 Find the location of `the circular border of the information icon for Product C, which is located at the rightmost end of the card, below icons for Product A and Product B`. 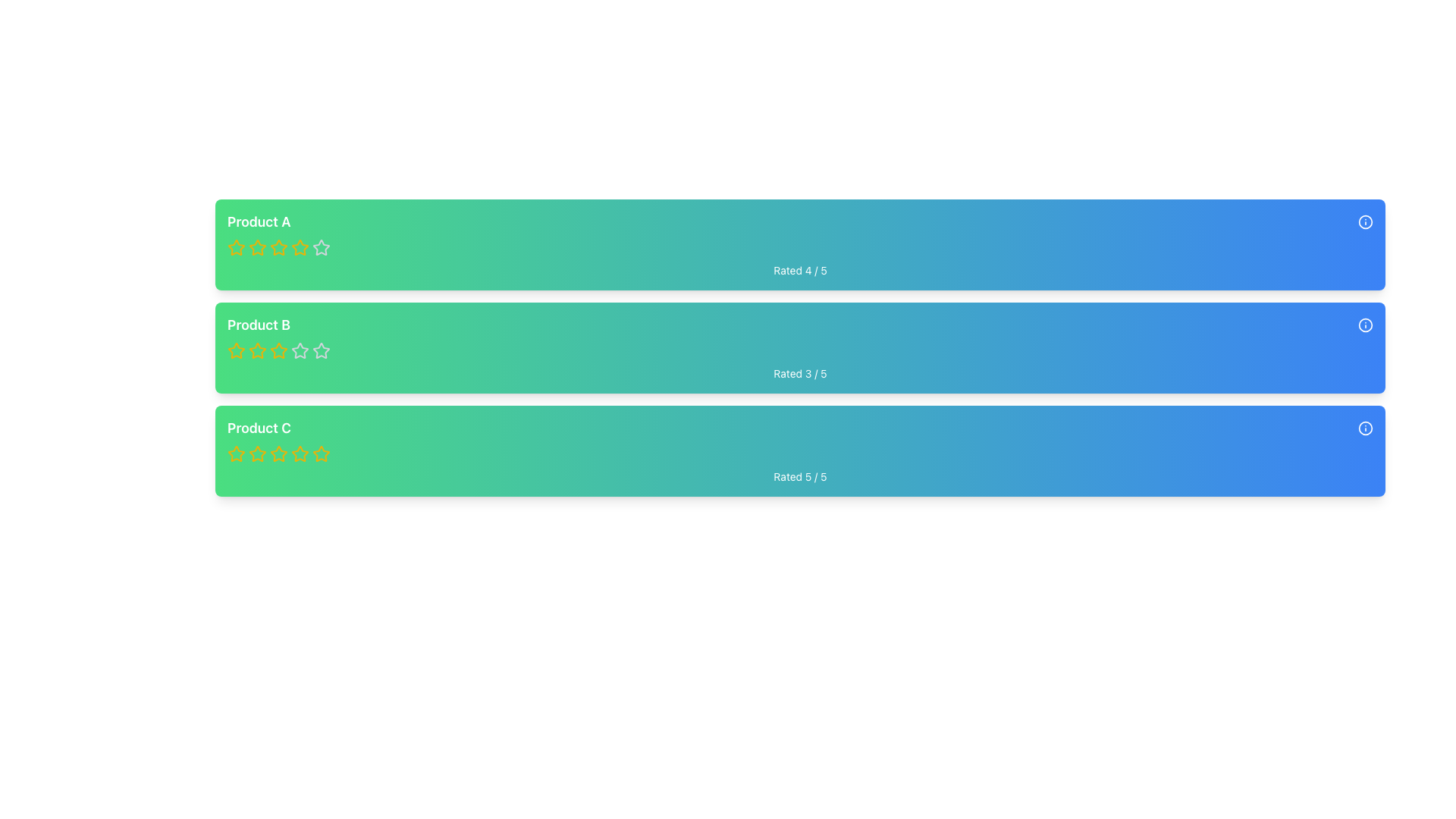

the circular border of the information icon for Product C, which is located at the rightmost end of the card, below icons for Product A and Product B is located at coordinates (1365, 428).